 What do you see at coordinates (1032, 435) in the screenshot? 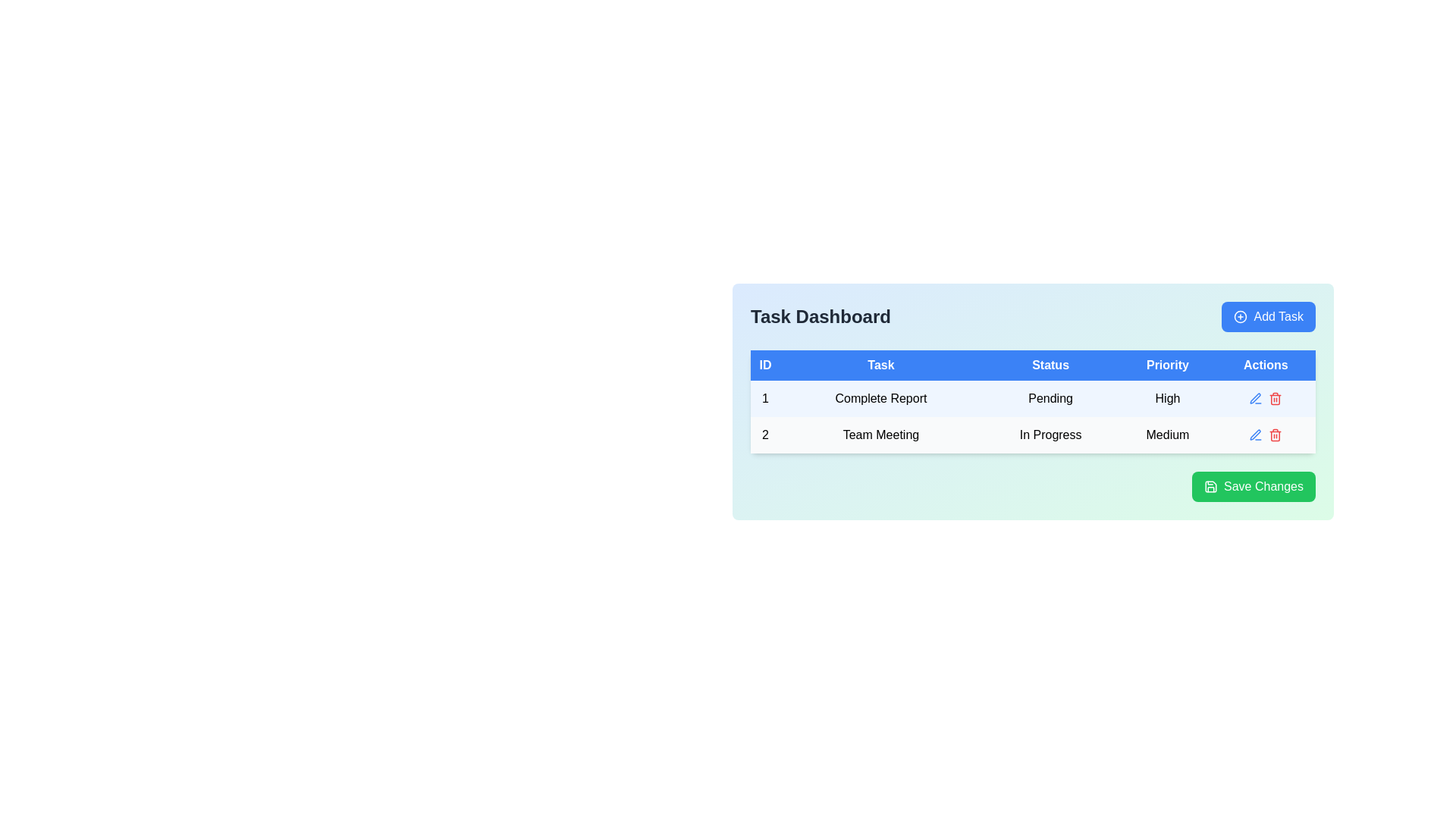
I see `the second row of the task dashboard table which contains the task 'Team Meeting' and its details including status and priority` at bounding box center [1032, 435].